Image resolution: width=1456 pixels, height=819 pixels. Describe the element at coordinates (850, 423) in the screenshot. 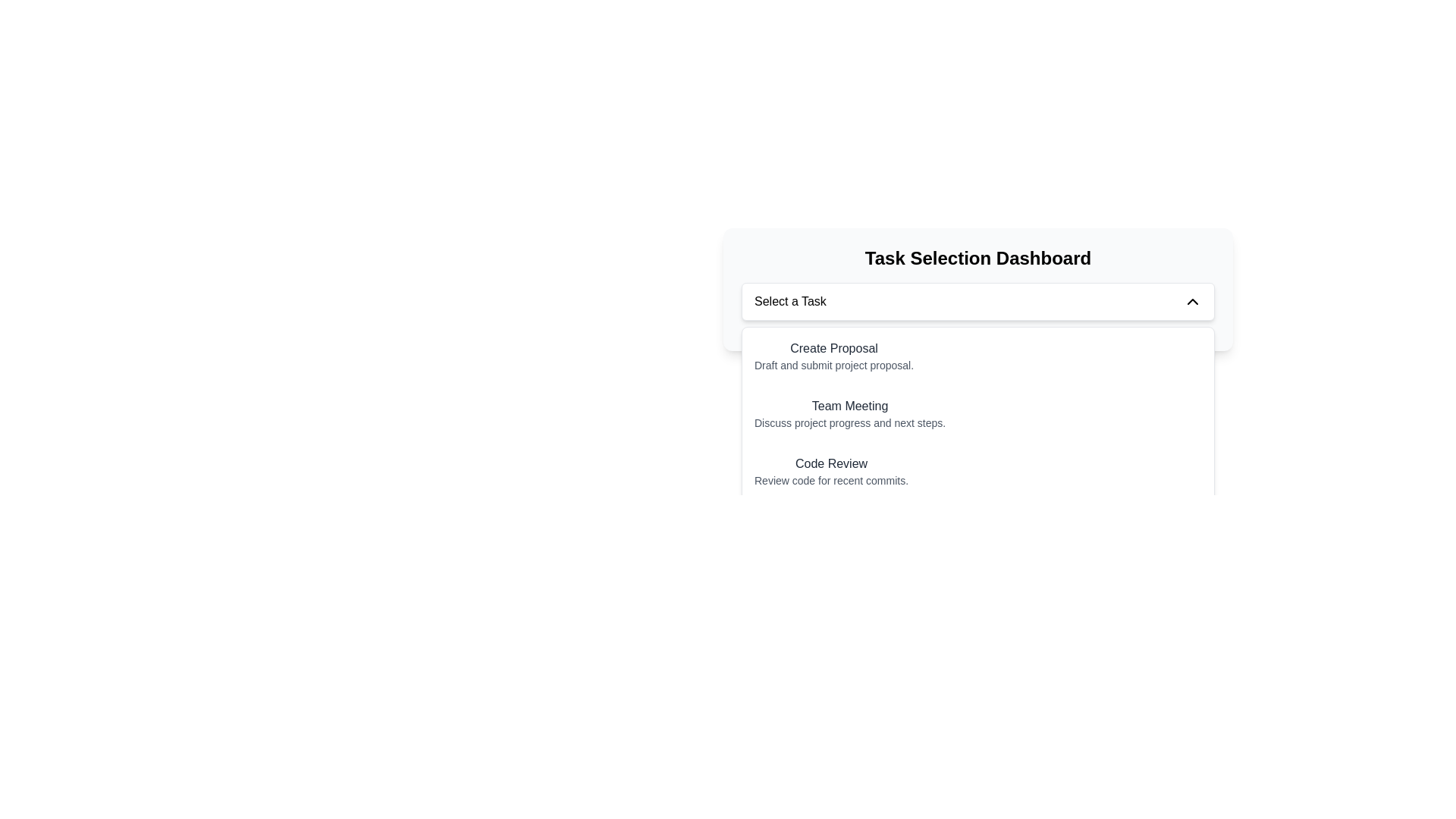

I see `the static text element that reads 'Discuss project progress and next steps.' which is located directly below the 'Team Meeting' header in the dropdown menu` at that location.